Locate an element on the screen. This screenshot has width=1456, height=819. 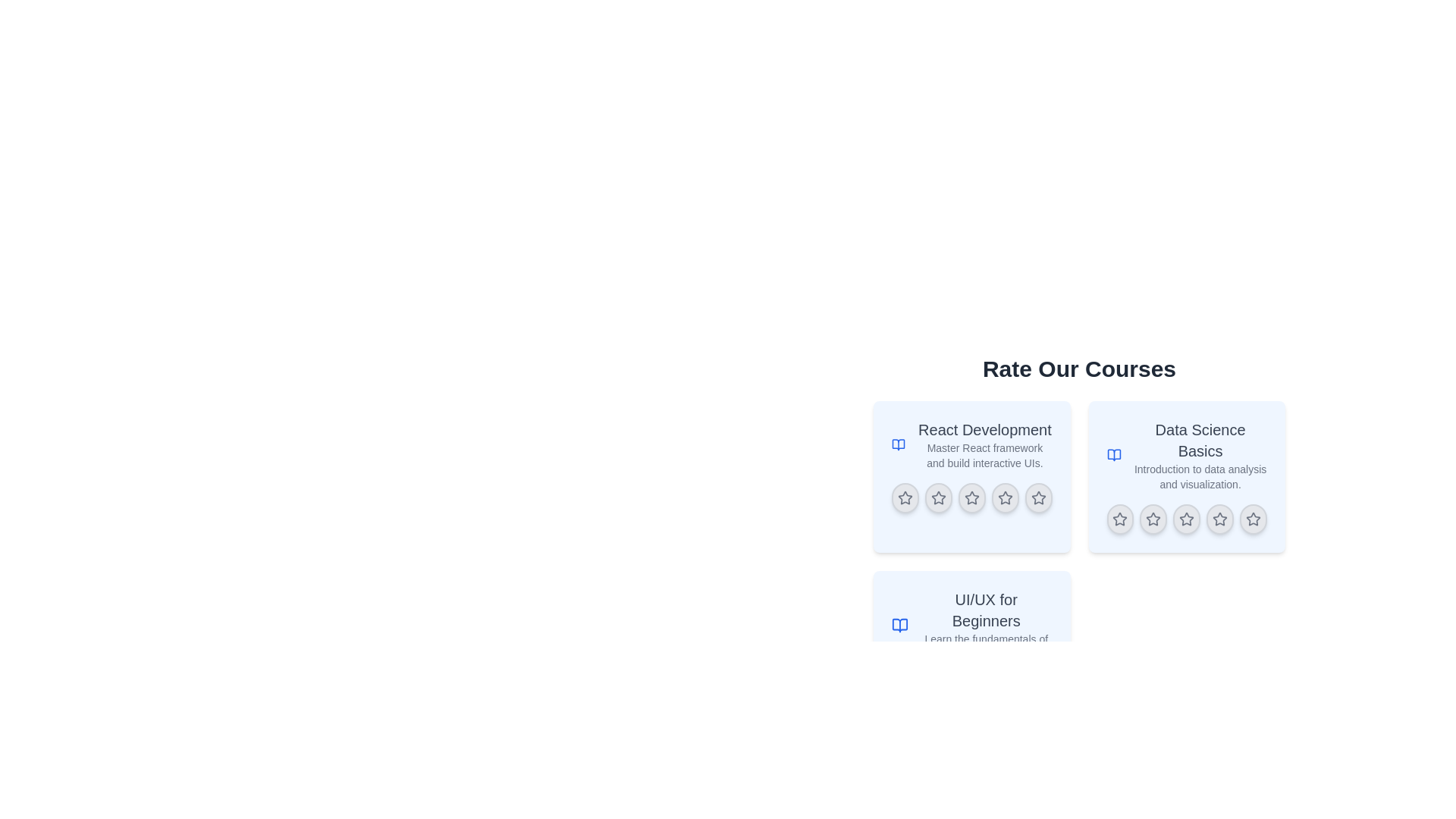
the first star in the rating system of the 'Data Science Basics' section is located at coordinates (1120, 518).